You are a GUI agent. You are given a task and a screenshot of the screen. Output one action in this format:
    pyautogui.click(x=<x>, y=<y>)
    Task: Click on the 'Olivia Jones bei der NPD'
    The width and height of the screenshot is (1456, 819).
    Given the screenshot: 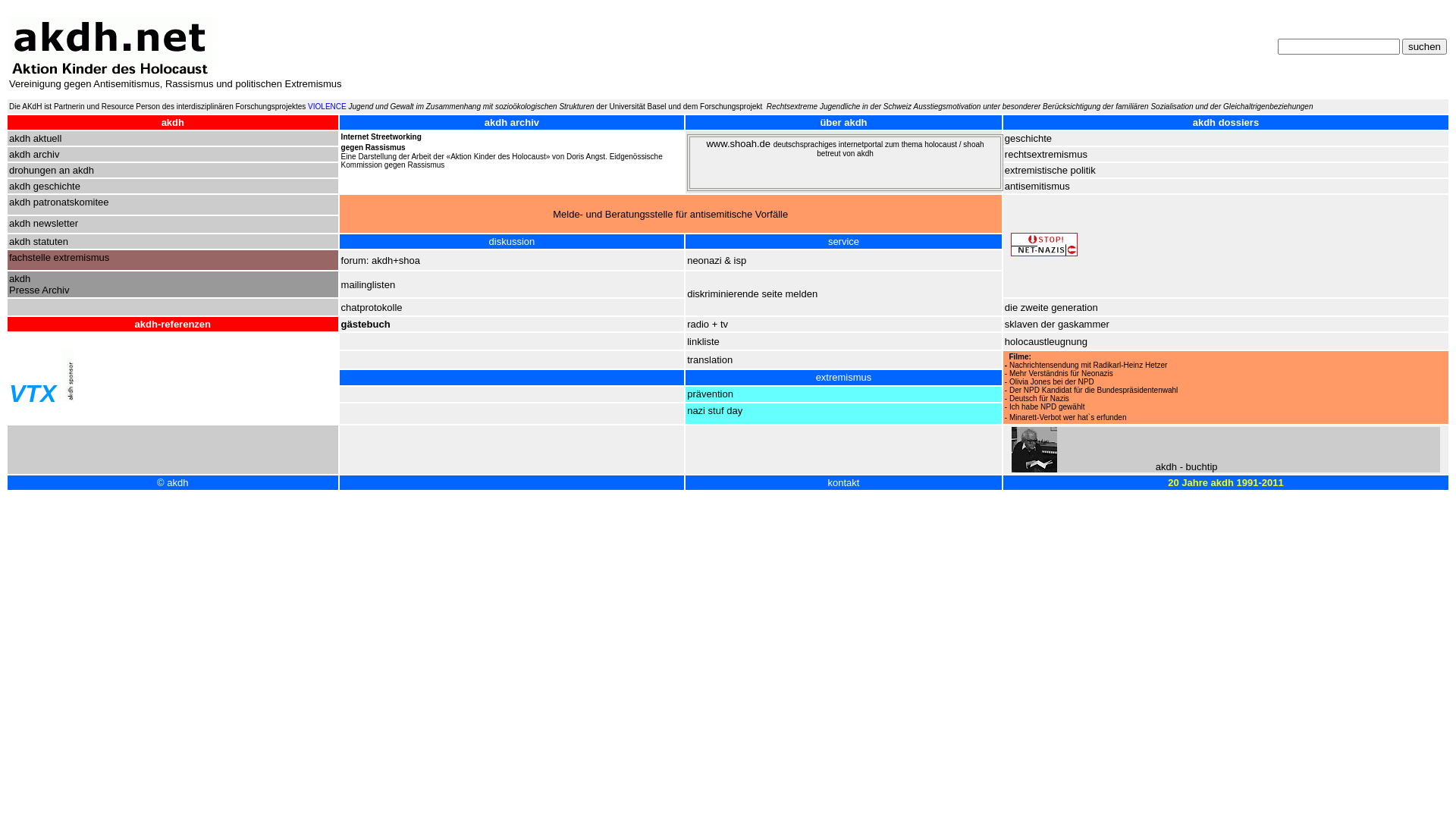 What is the action you would take?
    pyautogui.click(x=1051, y=381)
    